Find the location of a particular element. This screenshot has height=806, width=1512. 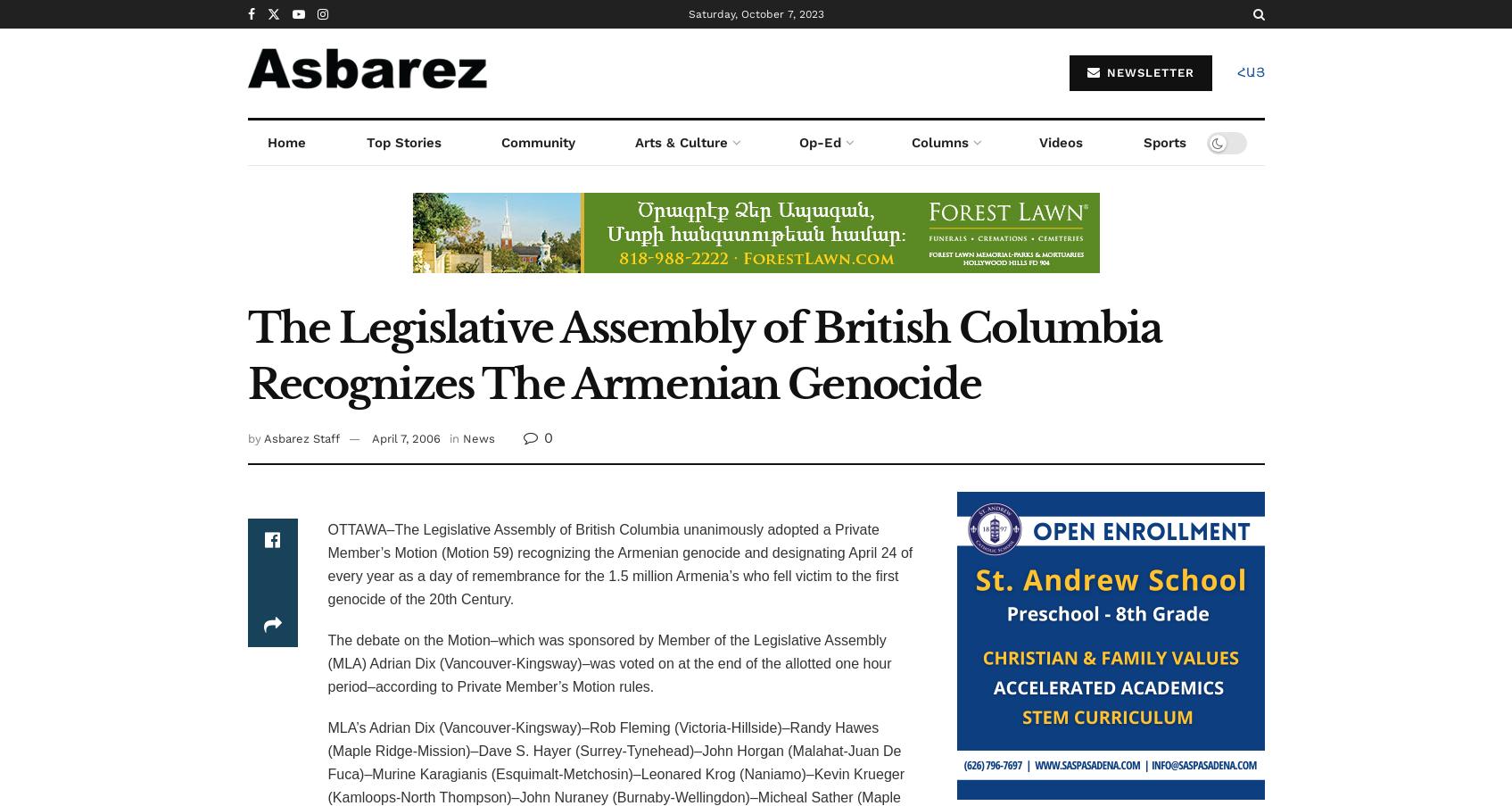

'Op-Ed' is located at coordinates (797, 142).